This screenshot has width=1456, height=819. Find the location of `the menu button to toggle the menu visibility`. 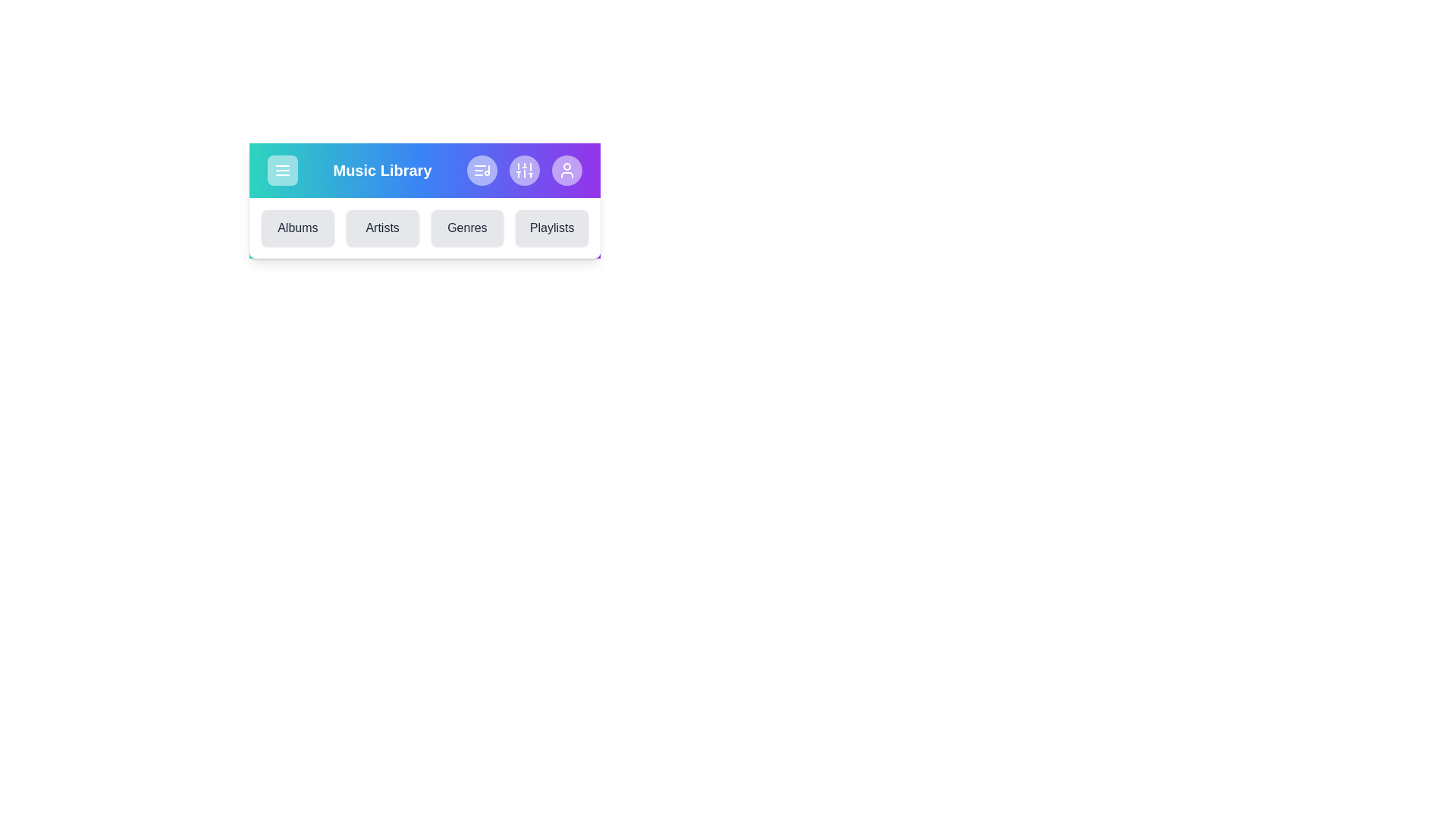

the menu button to toggle the menu visibility is located at coordinates (283, 170).